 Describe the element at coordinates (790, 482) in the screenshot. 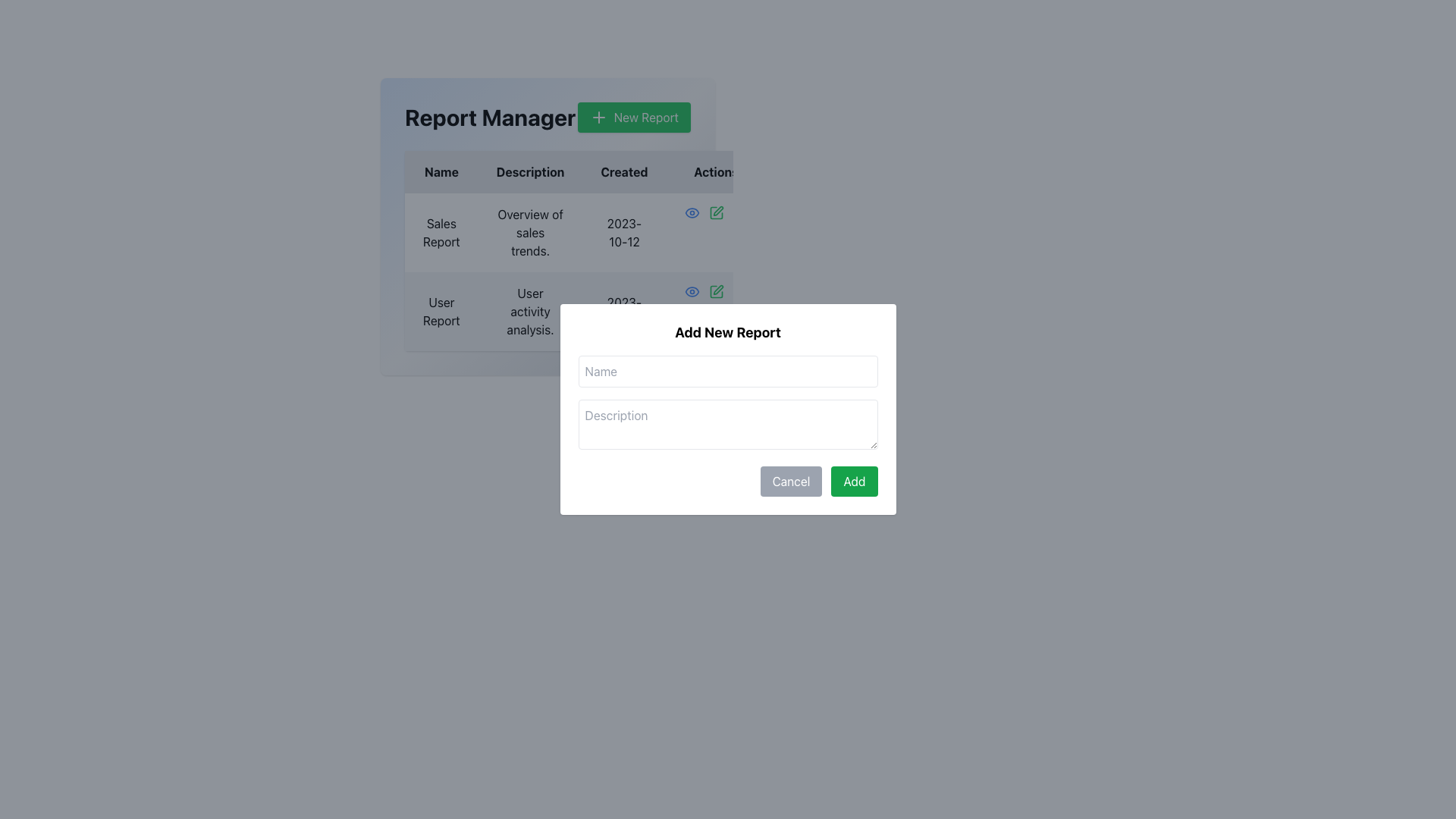

I see `the cancelation action button located at the bottom-right corner of the modal dialog` at that location.